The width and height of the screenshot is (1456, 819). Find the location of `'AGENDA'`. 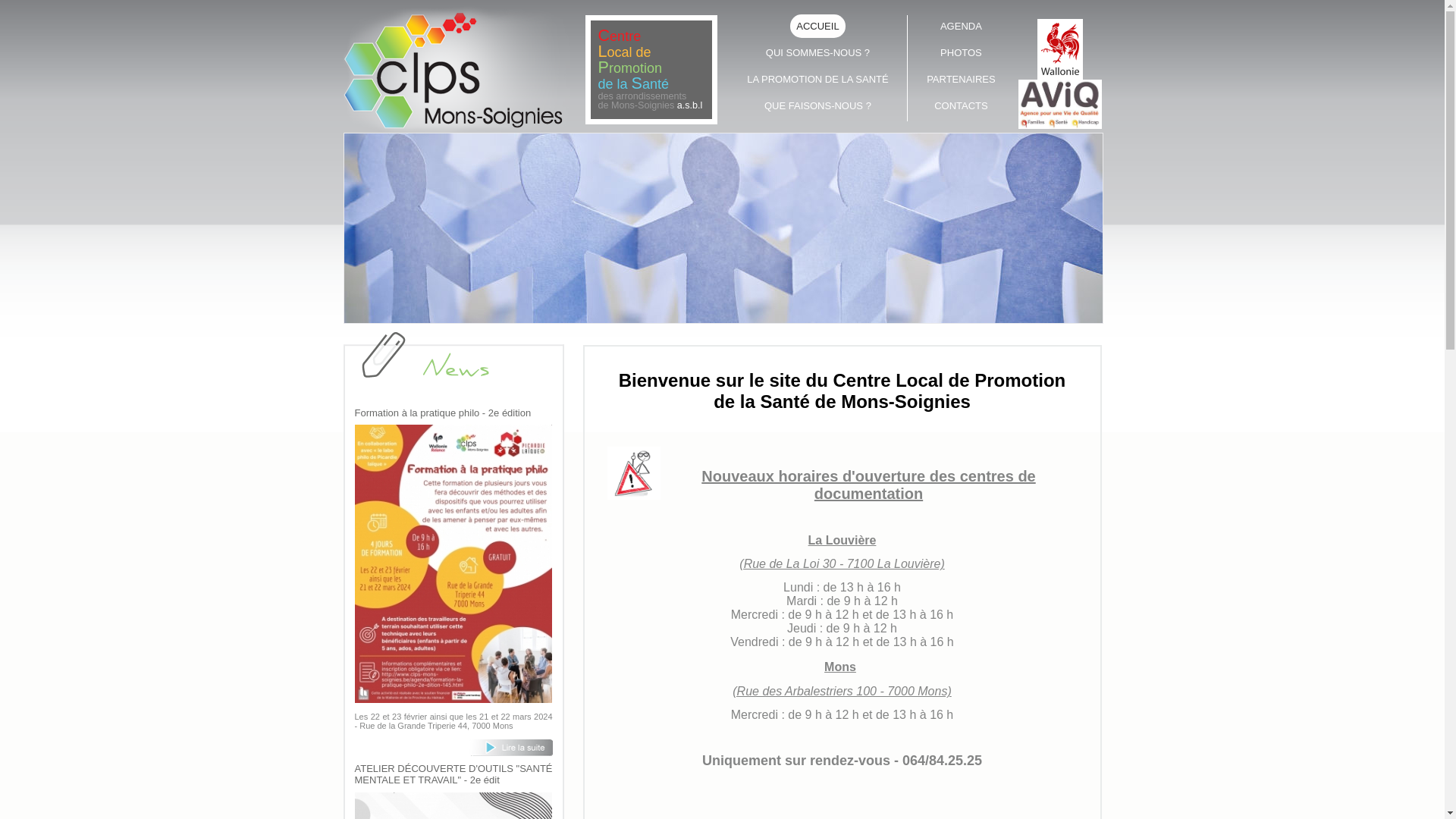

'AGENDA' is located at coordinates (918, 26).